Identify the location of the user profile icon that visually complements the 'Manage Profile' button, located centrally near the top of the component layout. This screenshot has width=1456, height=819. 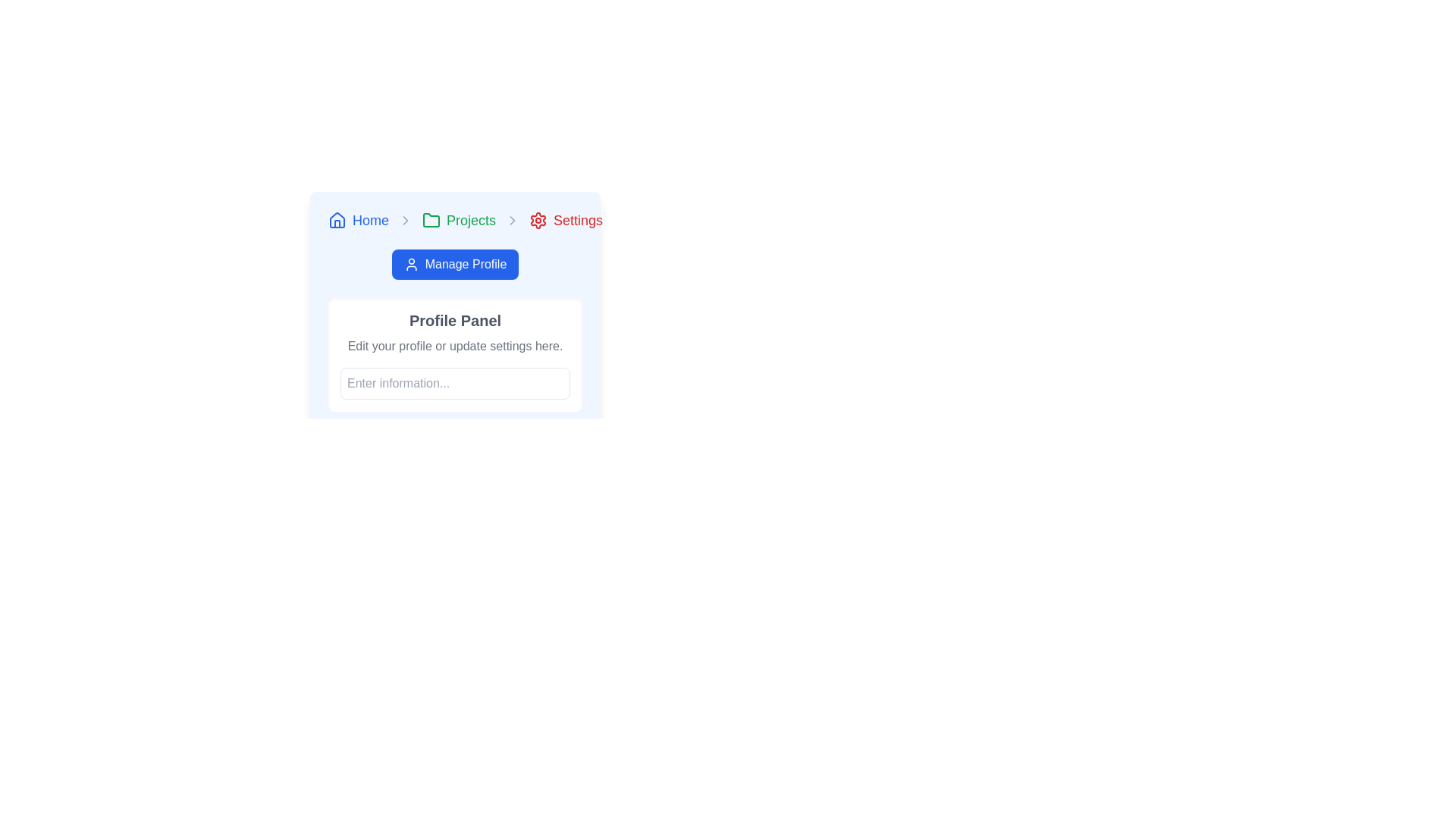
(411, 263).